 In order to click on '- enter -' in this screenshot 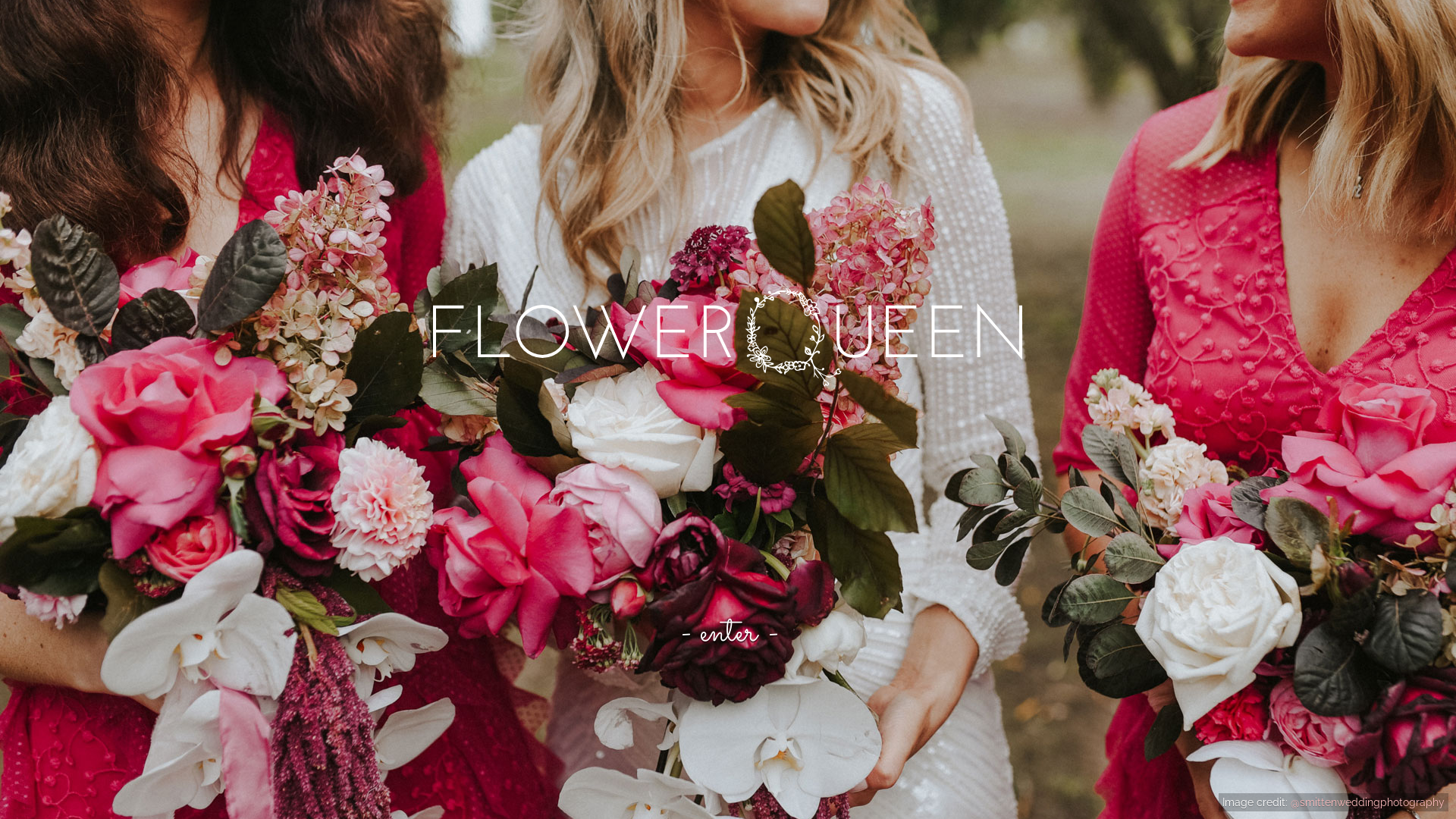, I will do `click(728, 632)`.